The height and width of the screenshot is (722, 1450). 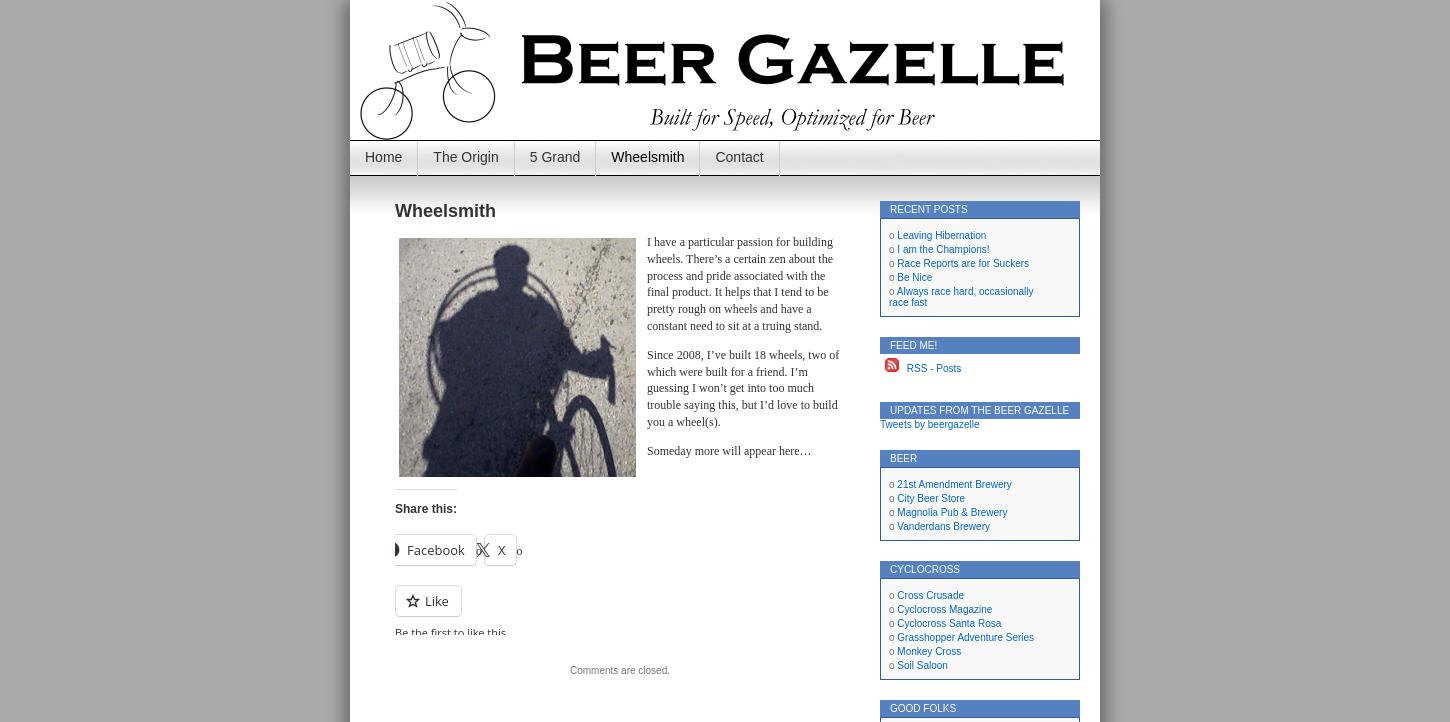 What do you see at coordinates (895, 484) in the screenshot?
I see `'21st Amendment Brewery'` at bounding box center [895, 484].